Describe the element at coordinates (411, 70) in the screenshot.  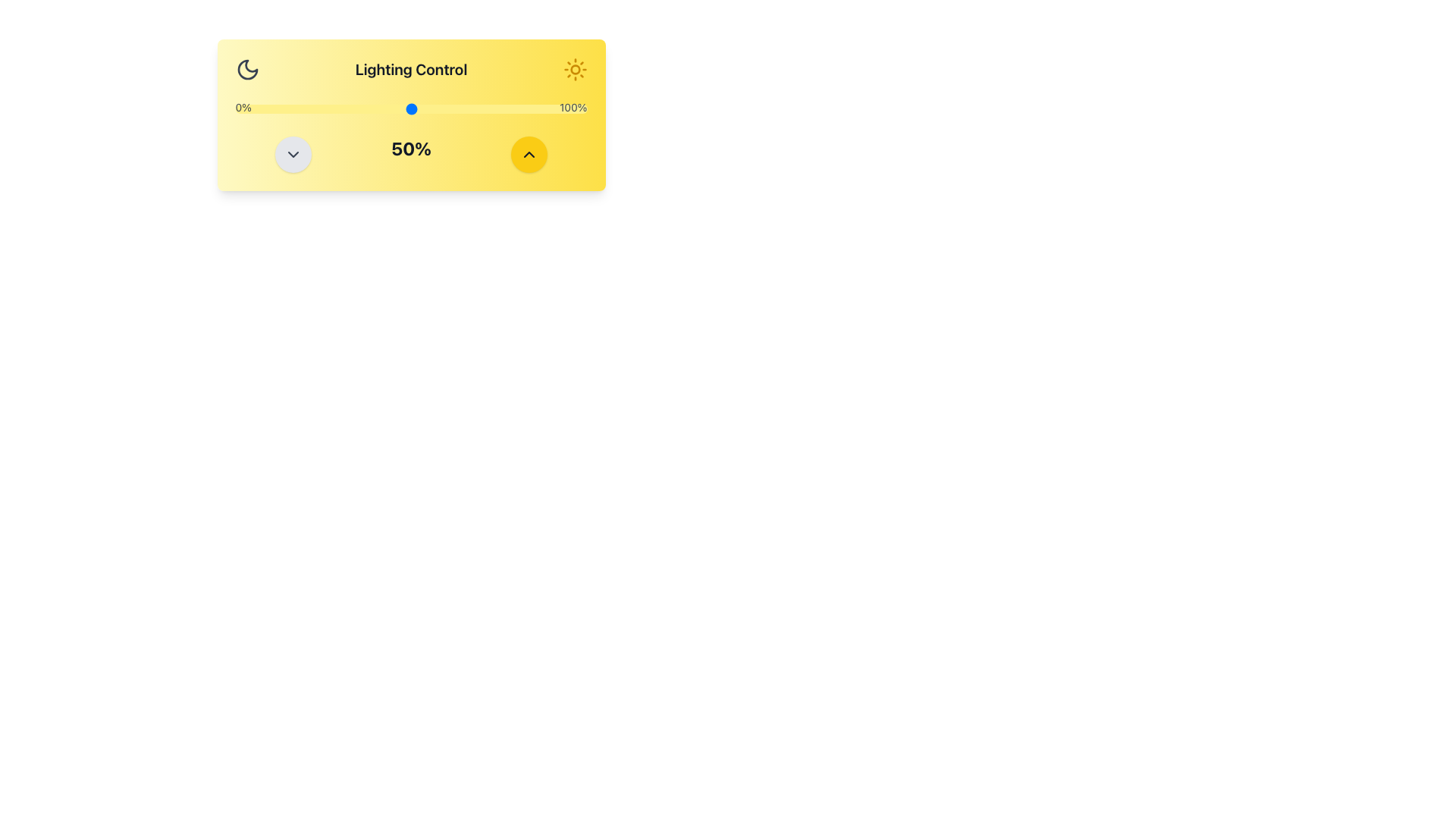
I see `the 'Lighting Control' text label which serves as the header for the control panel, centrally positioned between the moon icon on the left and the sun icon on the right` at that location.